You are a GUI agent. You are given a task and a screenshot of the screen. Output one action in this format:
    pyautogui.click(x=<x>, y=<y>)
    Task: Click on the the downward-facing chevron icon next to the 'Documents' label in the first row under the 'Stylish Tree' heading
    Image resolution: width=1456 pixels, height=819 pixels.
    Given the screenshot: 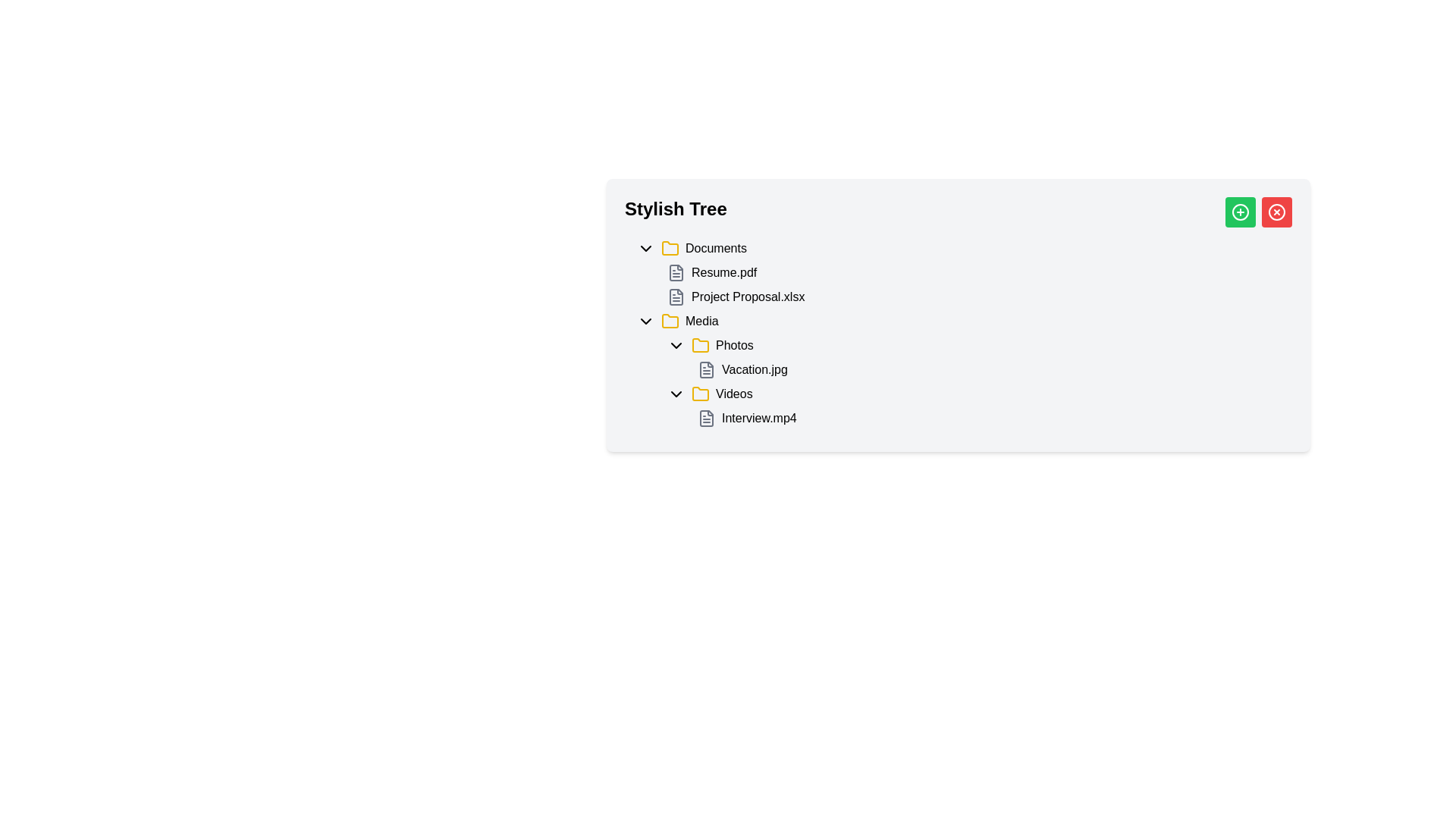 What is the action you would take?
    pyautogui.click(x=645, y=247)
    